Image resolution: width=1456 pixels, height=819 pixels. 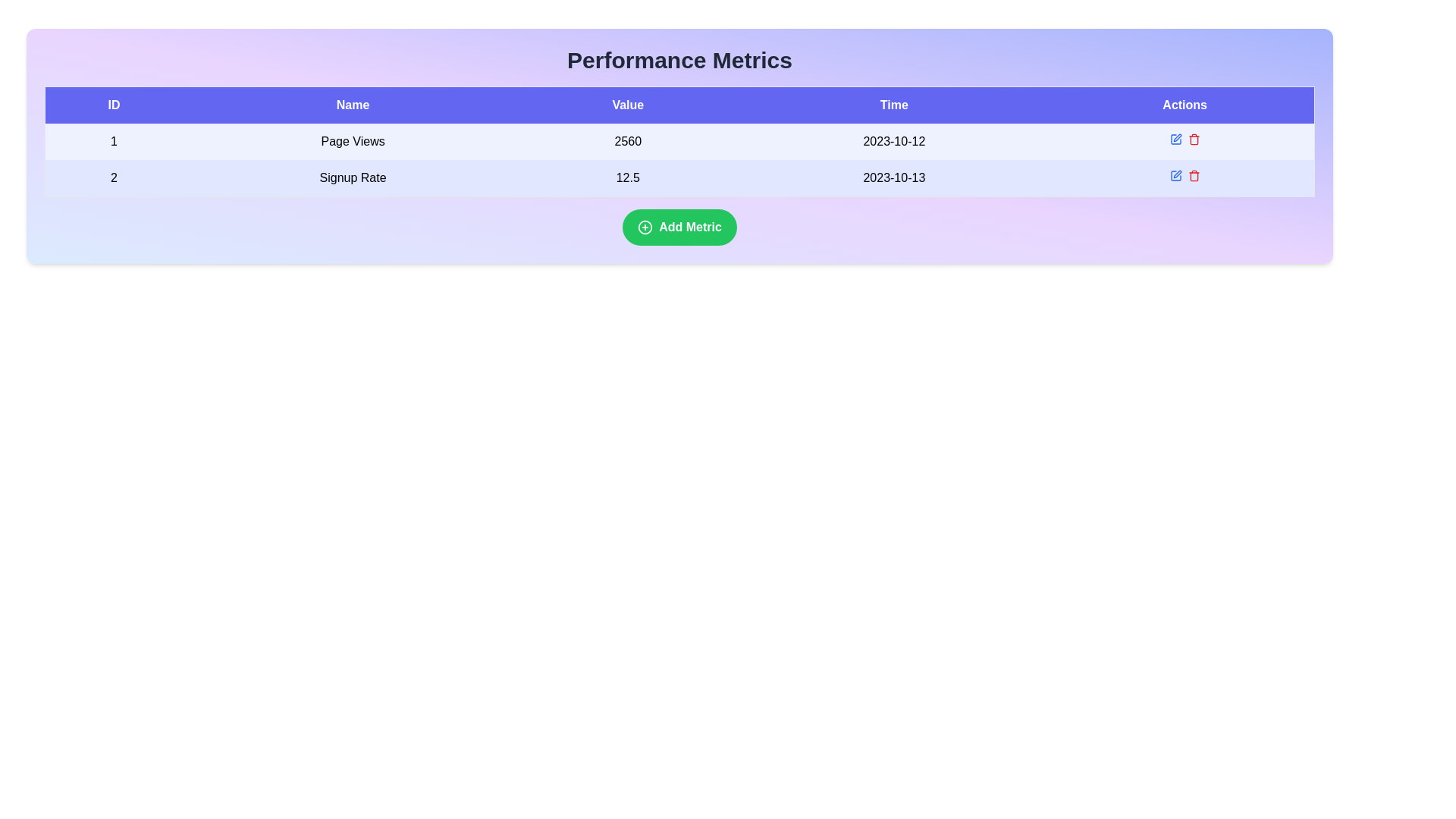 What do you see at coordinates (894, 177) in the screenshot?
I see `the table cell containing the text '2023-10-13' in the second row and fourth column of the 'Performance Metrics' table` at bounding box center [894, 177].